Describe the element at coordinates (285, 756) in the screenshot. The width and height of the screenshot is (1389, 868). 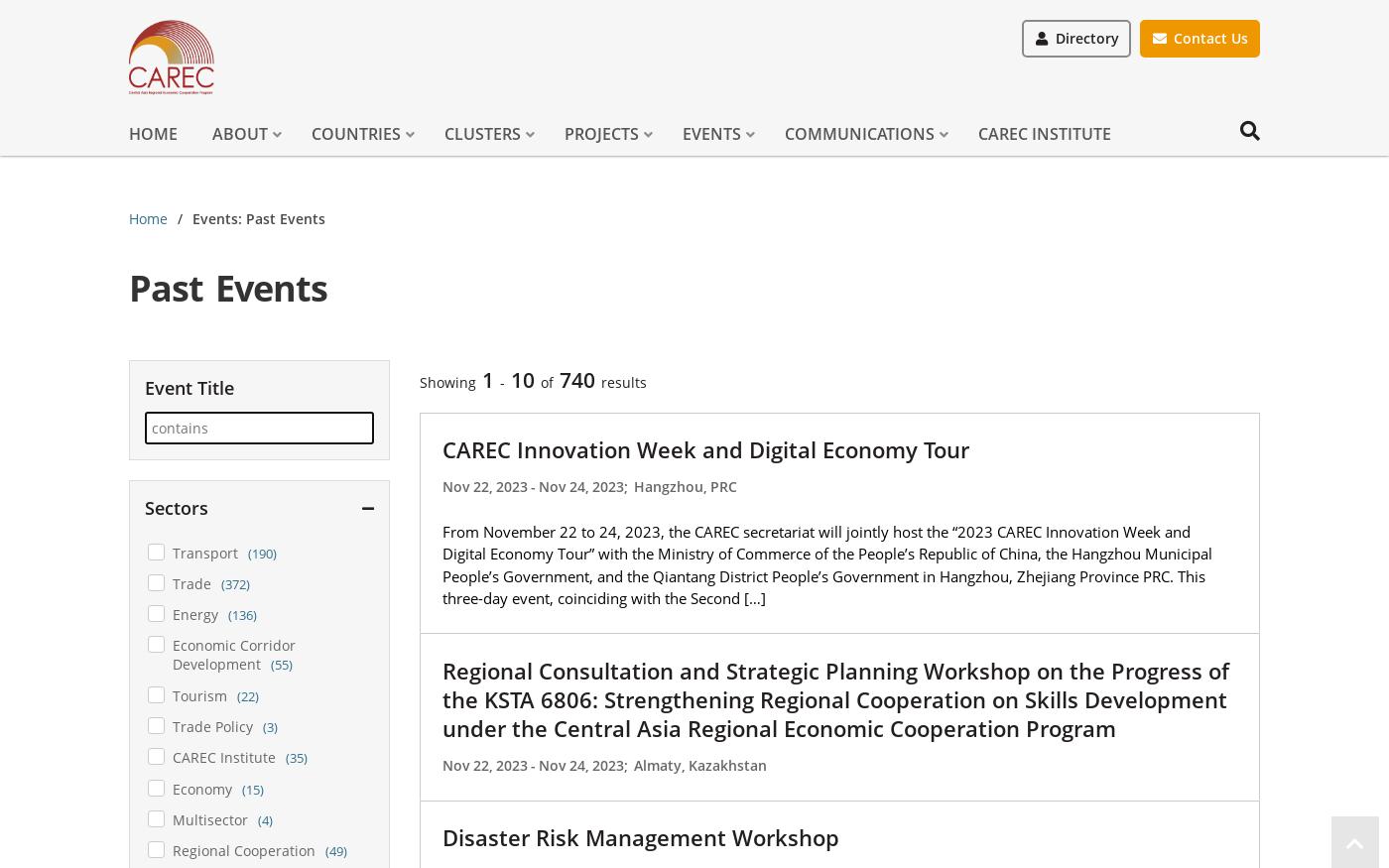
I see `'(35)'` at that location.